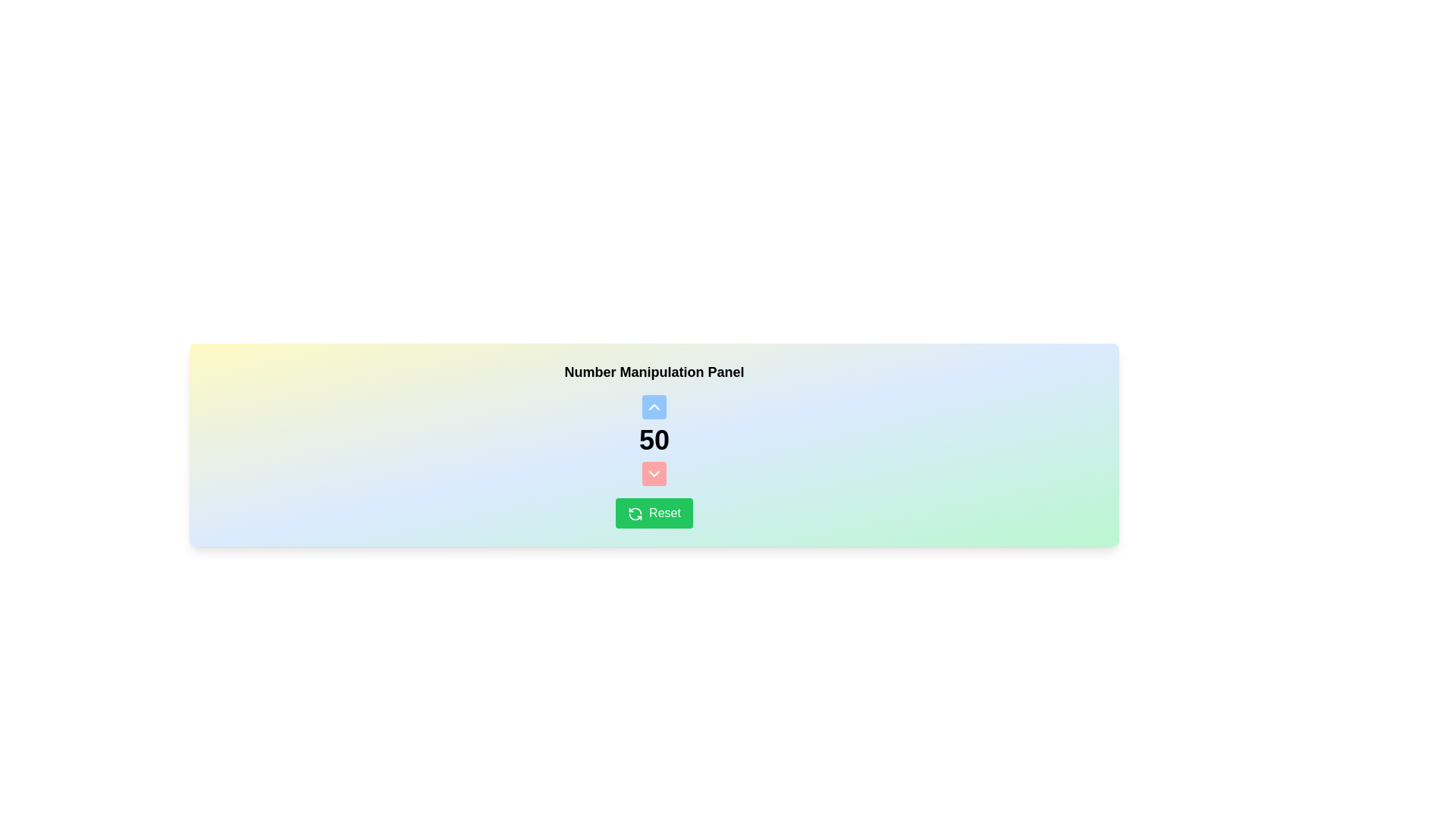 This screenshot has width=1456, height=819. What do you see at coordinates (654, 472) in the screenshot?
I see `the button with an icon that decreases the displayed value of '50' to change its background color` at bounding box center [654, 472].